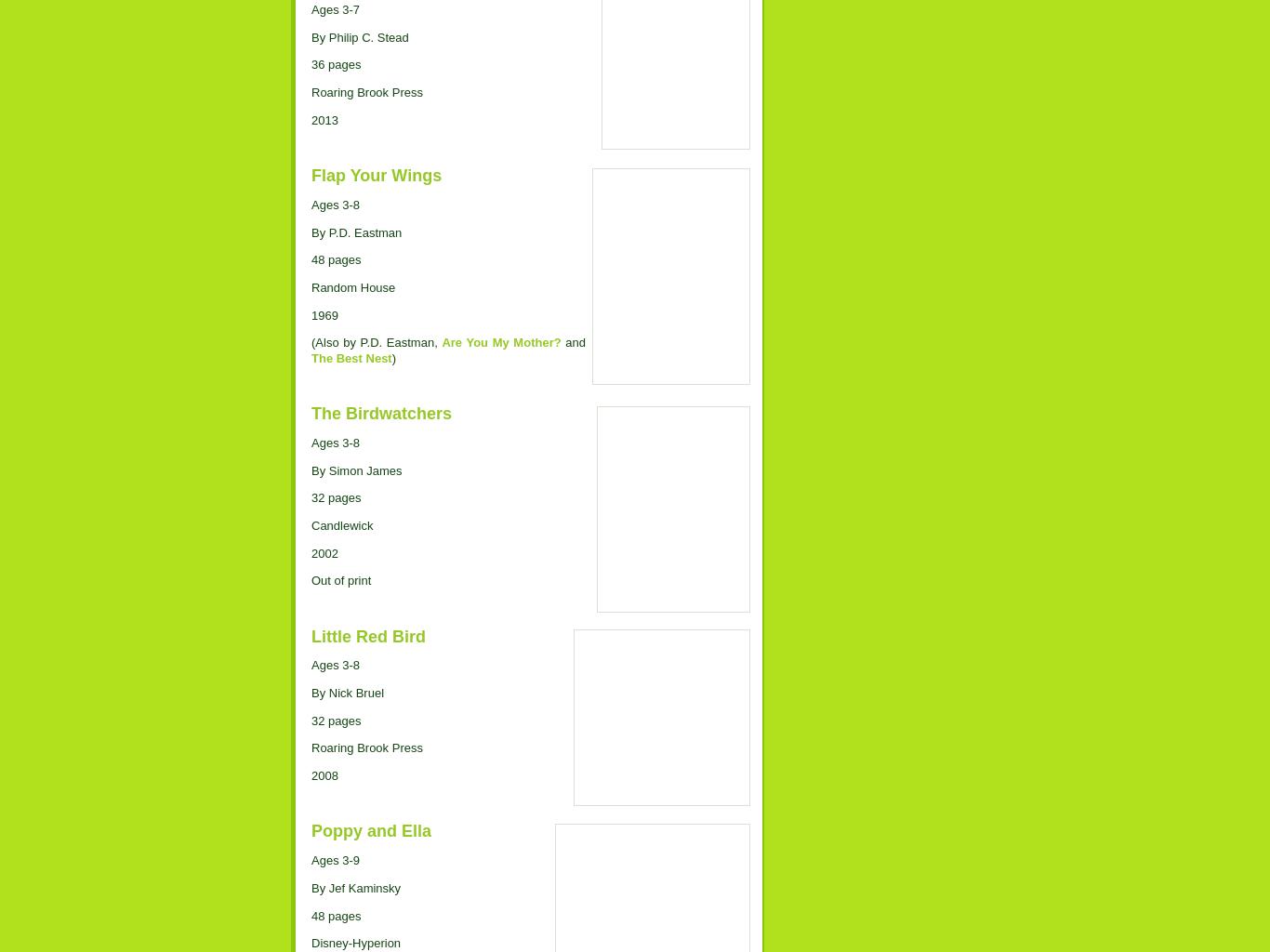 The width and height of the screenshot is (1270, 952). What do you see at coordinates (390, 357) in the screenshot?
I see `')'` at bounding box center [390, 357].